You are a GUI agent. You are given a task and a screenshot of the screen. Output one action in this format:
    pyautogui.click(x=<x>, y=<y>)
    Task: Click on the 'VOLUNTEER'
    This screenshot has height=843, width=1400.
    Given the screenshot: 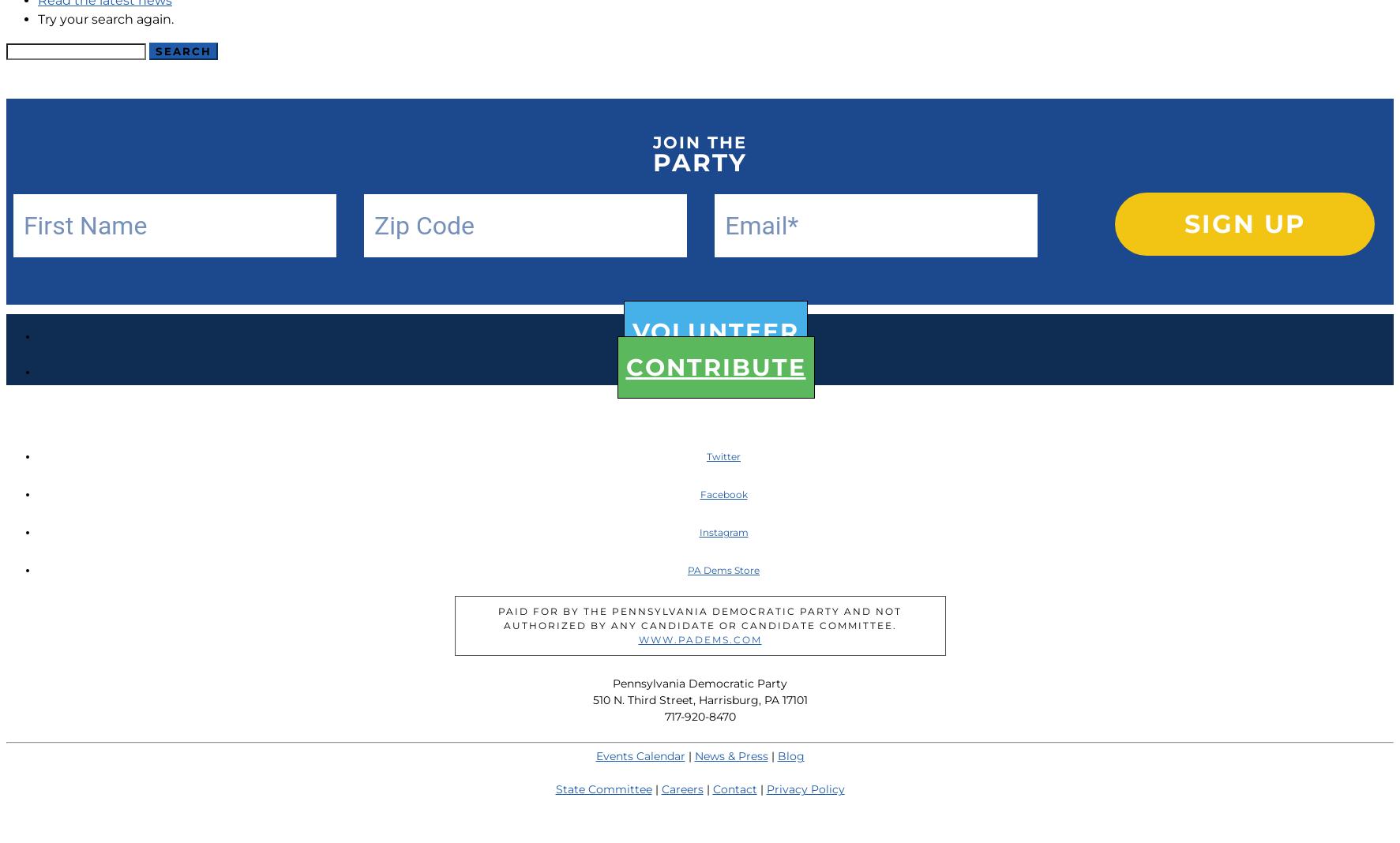 What is the action you would take?
    pyautogui.click(x=715, y=332)
    